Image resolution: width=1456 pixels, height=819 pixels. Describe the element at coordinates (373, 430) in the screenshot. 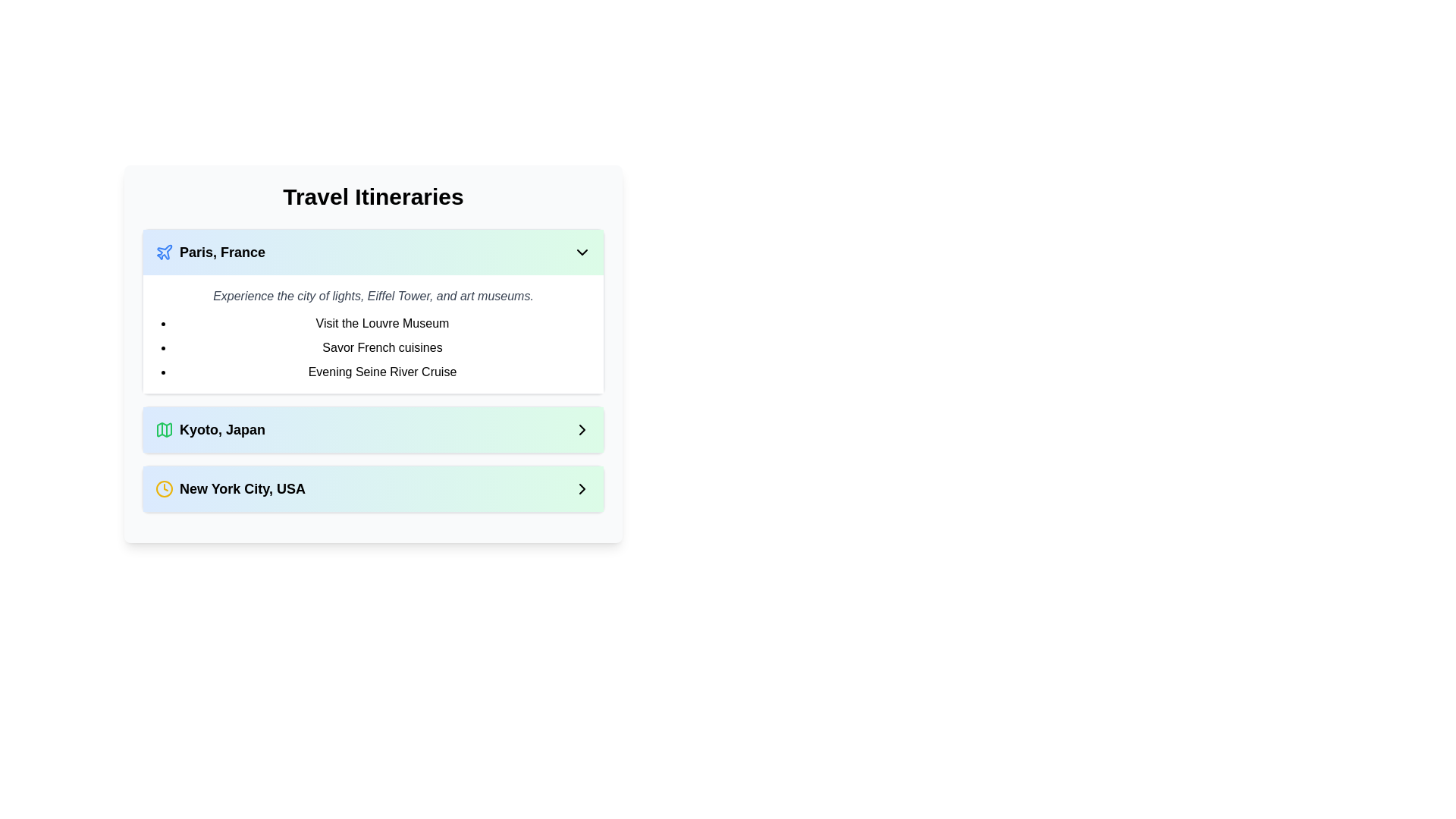

I see `the button for 'Kyoto, Japan', which is the second item in the vertical list of destinations under 'Travel Itineraries', to change its background color` at that location.